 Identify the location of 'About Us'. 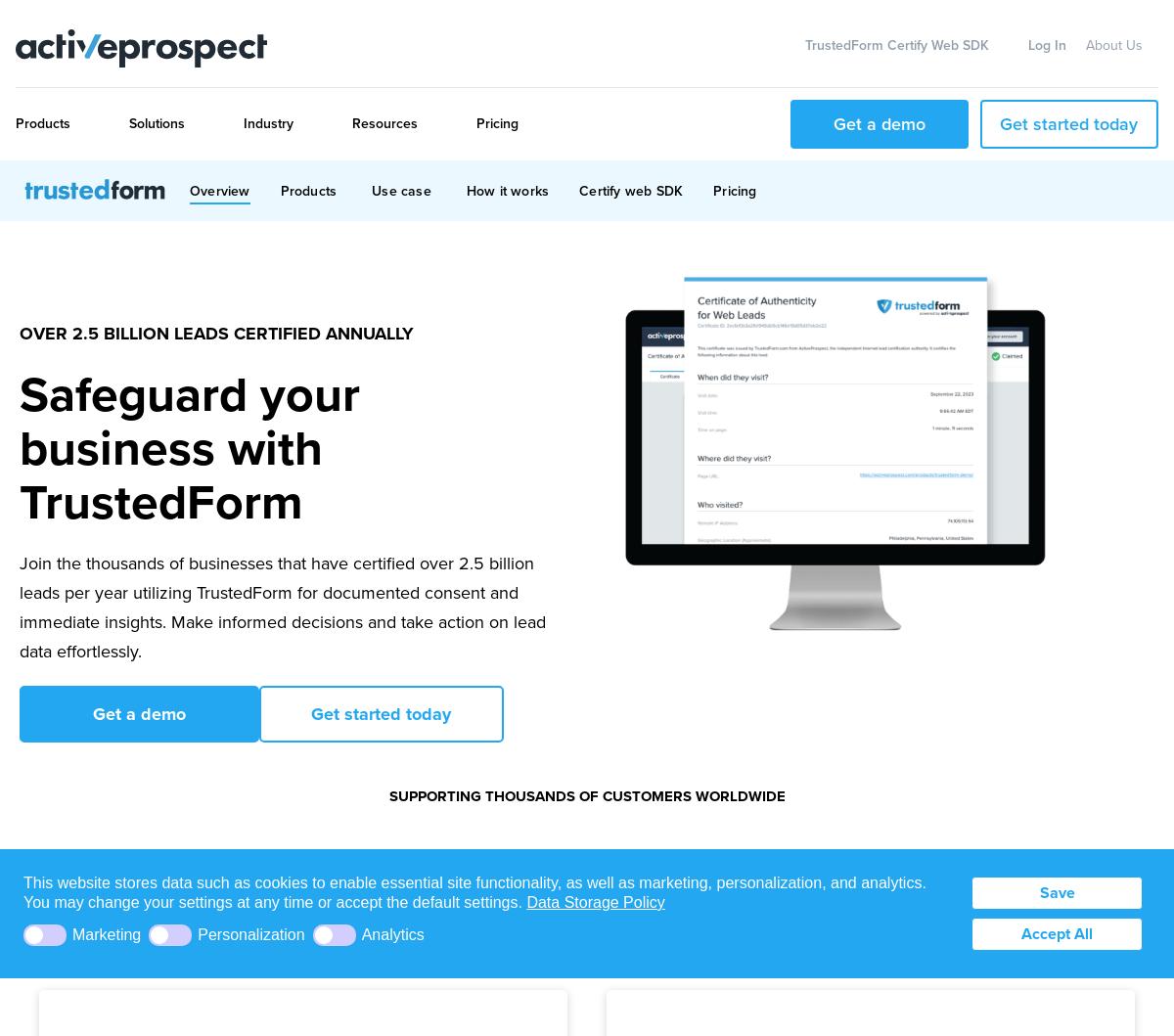
(1114, 45).